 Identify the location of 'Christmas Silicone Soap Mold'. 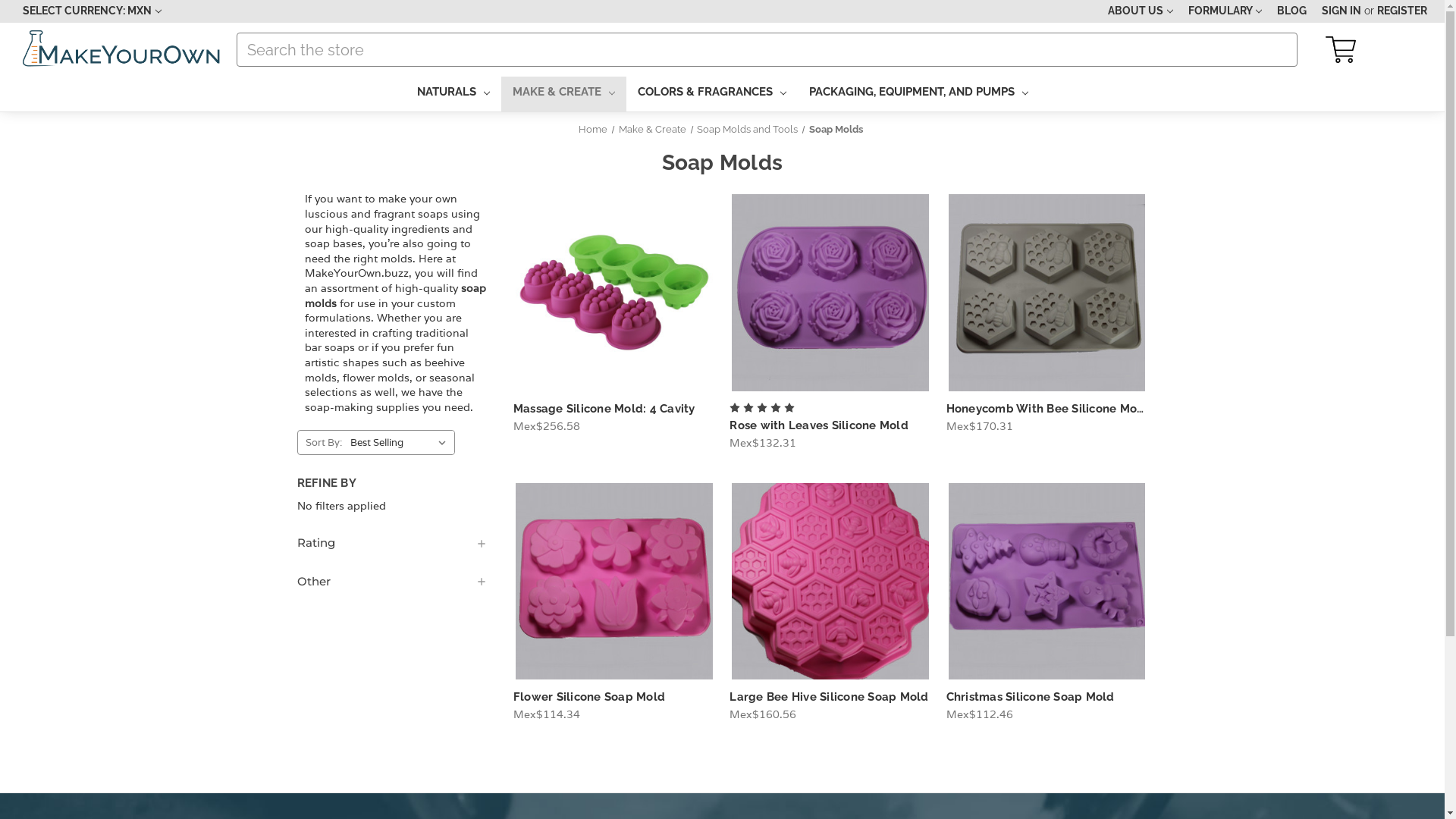
(1030, 696).